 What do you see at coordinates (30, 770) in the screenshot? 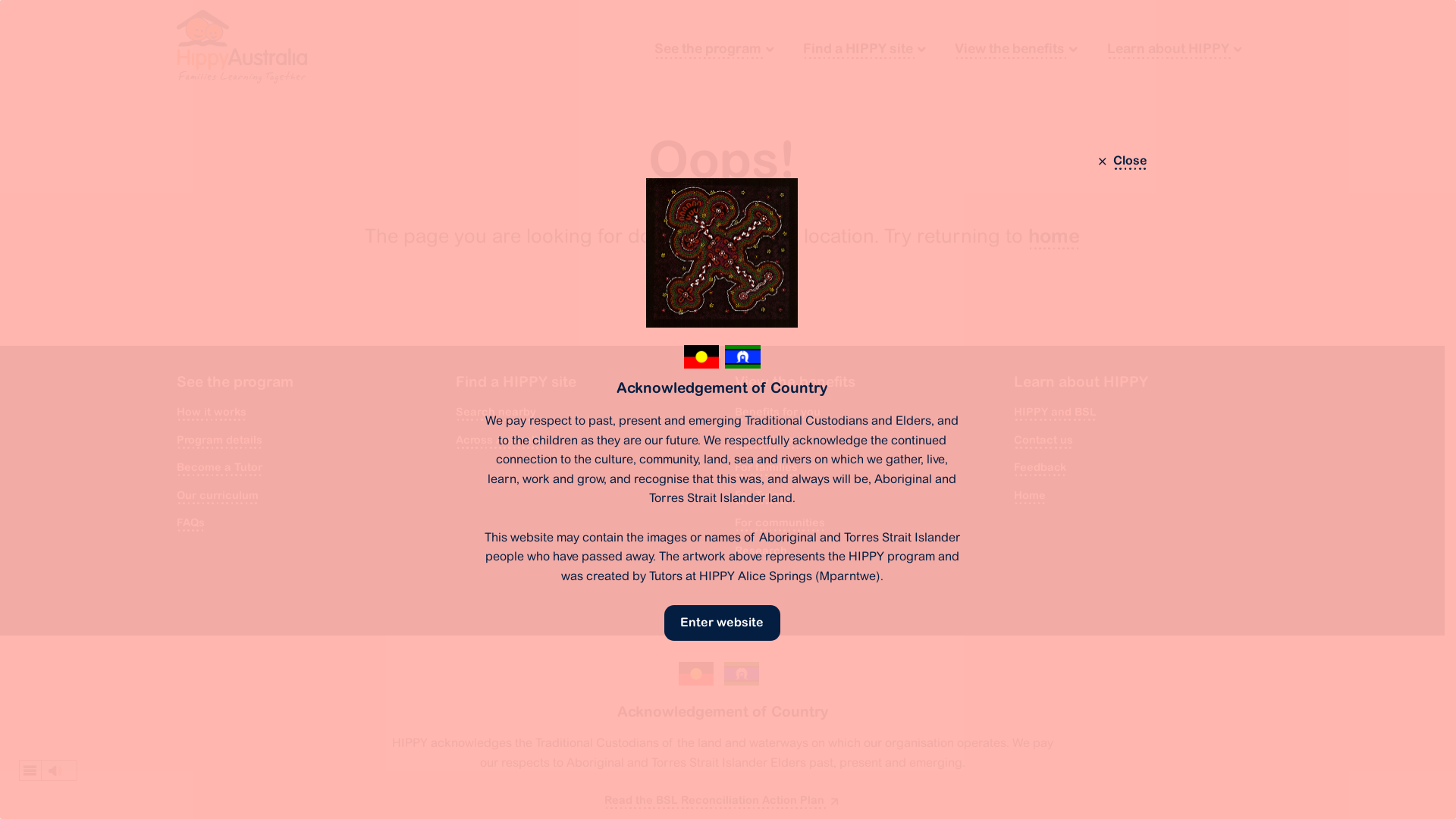
I see `'webReader menu'` at bounding box center [30, 770].